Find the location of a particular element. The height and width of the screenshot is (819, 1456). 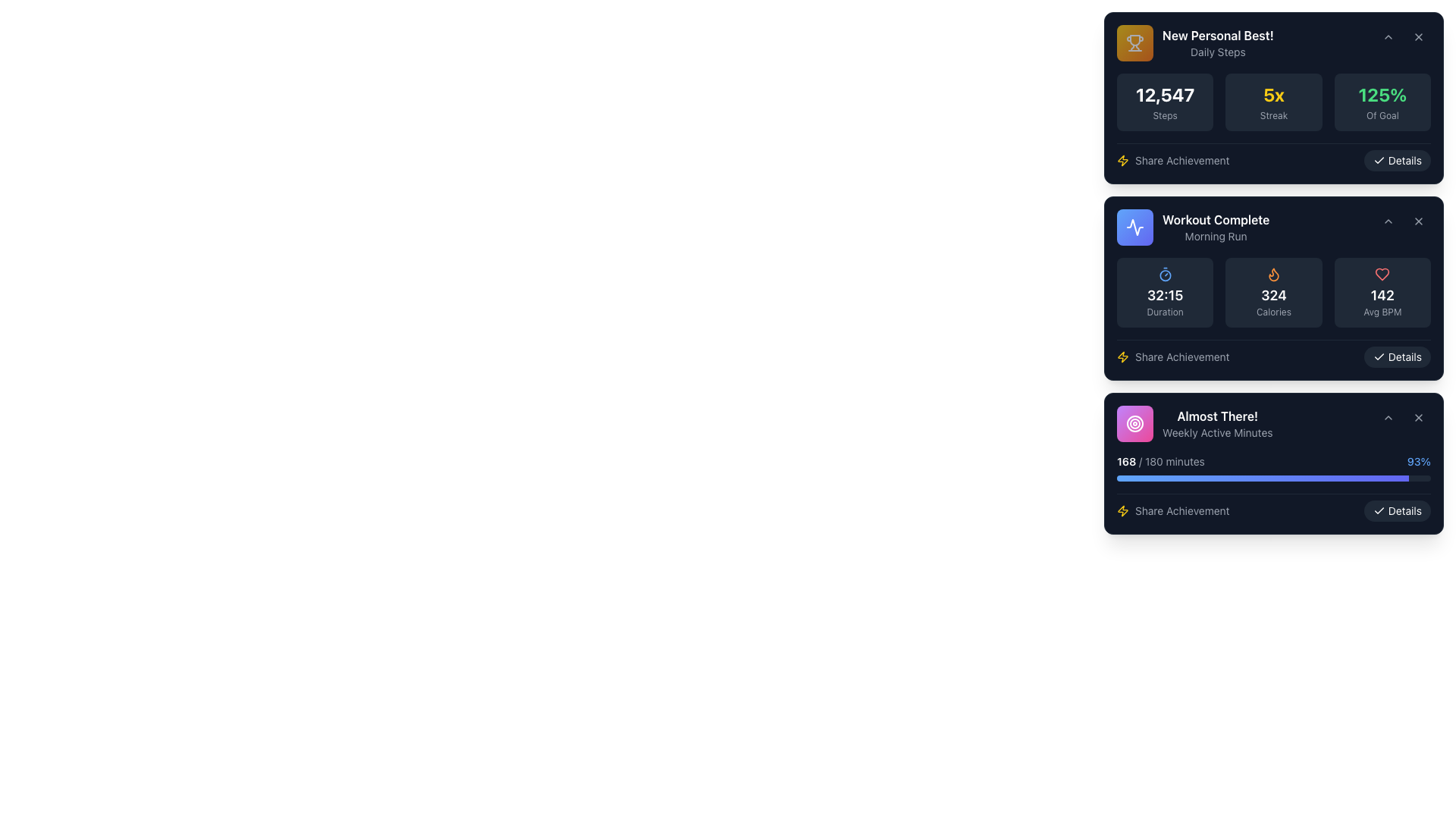

progress value from the progress bar located in the 'Almost There! Weekly Active Minutes' card, which shows the achievement of '168 / 180 minutes' and '93%' is located at coordinates (1274, 488).